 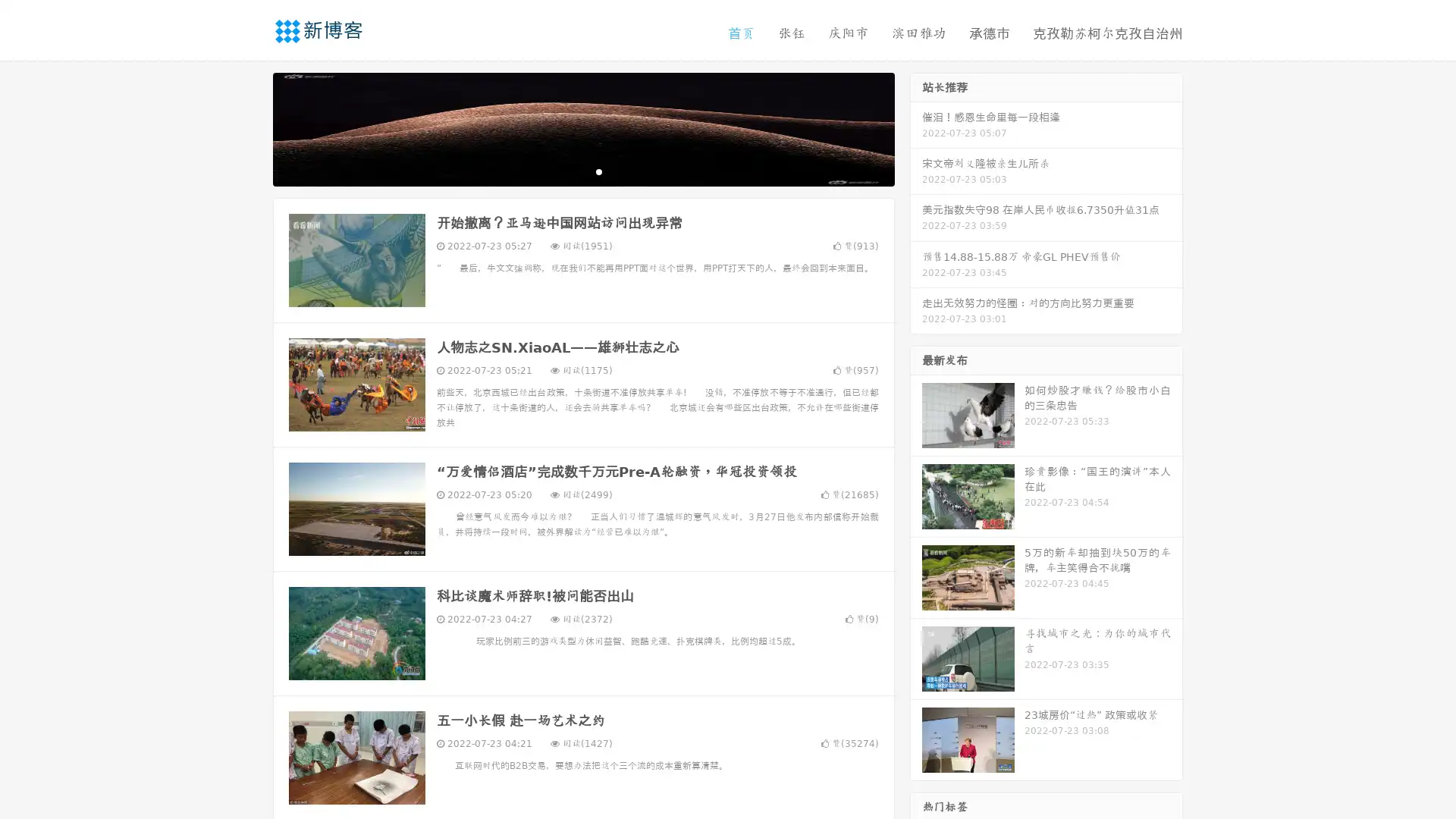 What do you see at coordinates (250, 127) in the screenshot?
I see `Previous slide` at bounding box center [250, 127].